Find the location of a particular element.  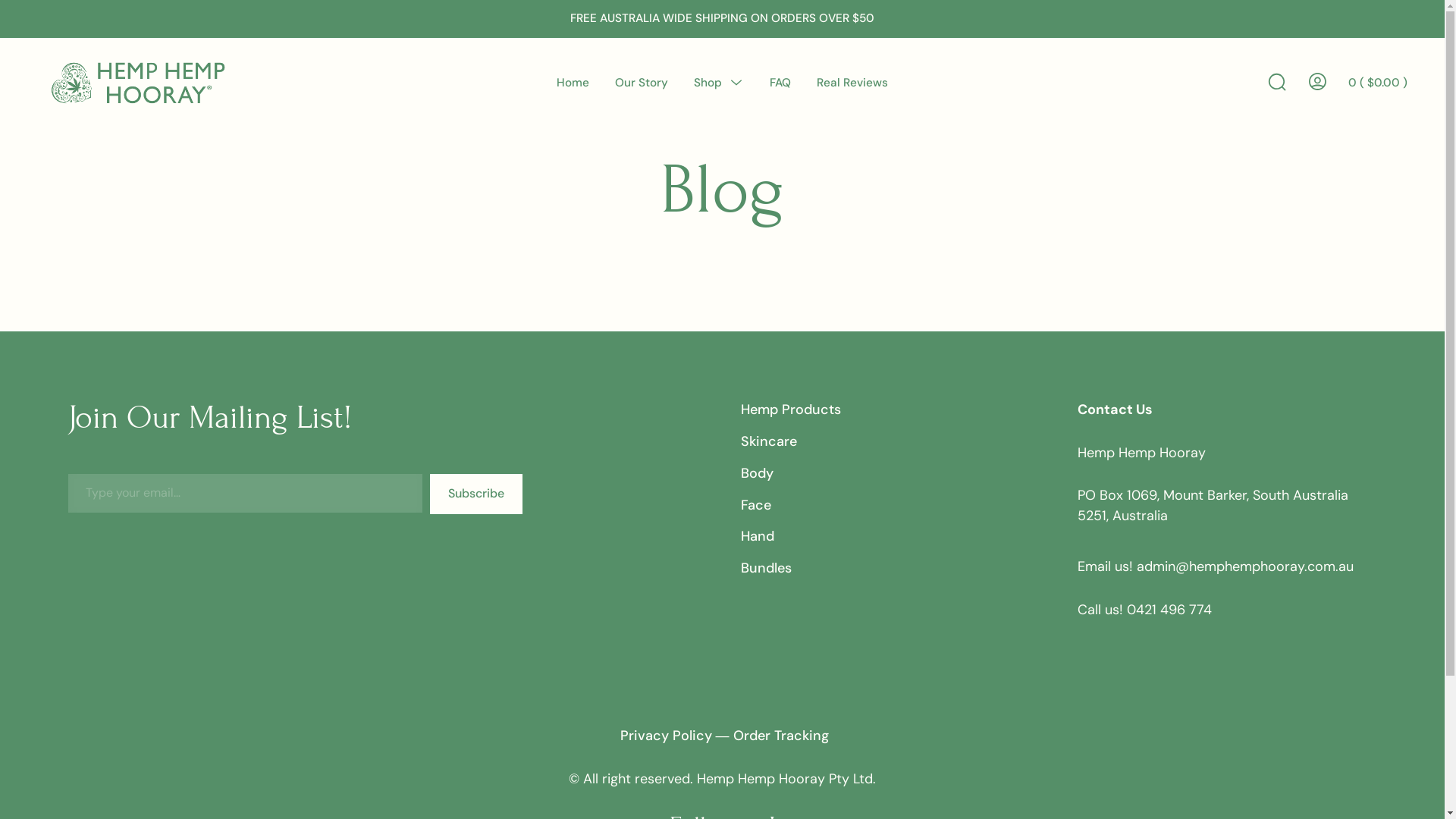

'Shop' is located at coordinates (707, 82).